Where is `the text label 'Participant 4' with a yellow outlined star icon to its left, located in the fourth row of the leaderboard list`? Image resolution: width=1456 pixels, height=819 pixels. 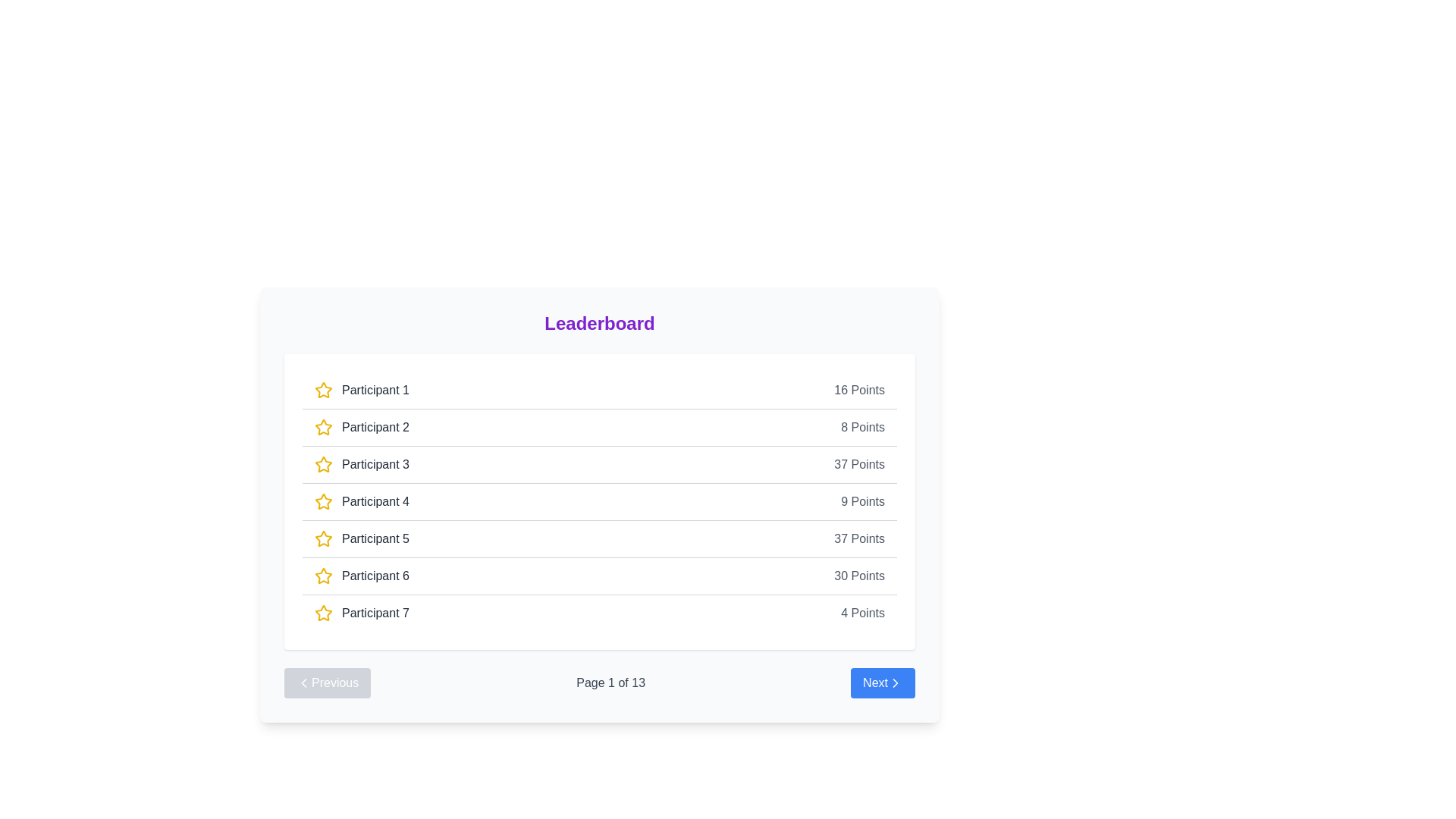
the text label 'Participant 4' with a yellow outlined star icon to its left, located in the fourth row of the leaderboard list is located at coordinates (361, 502).